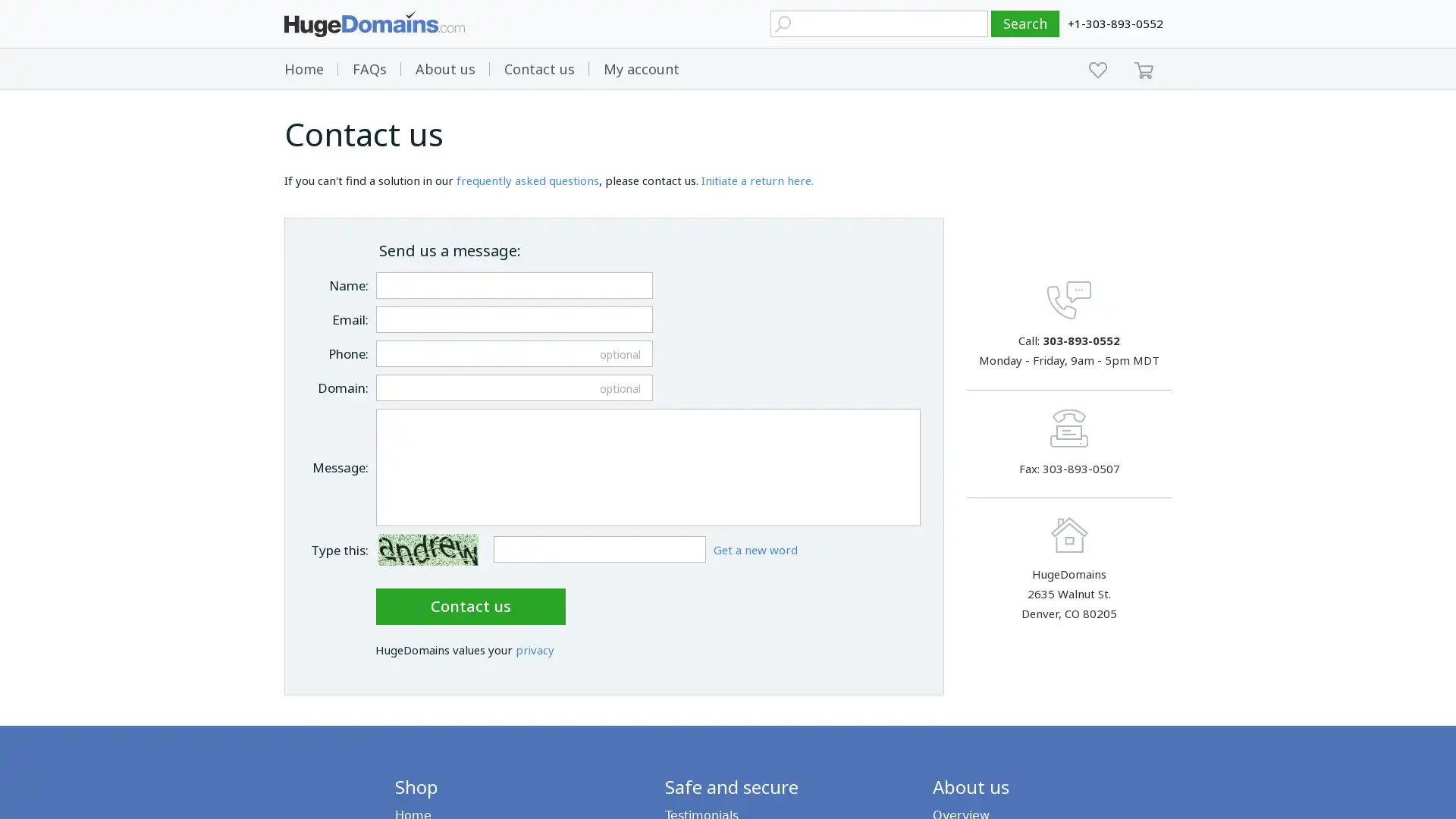 Image resolution: width=1456 pixels, height=819 pixels. I want to click on Contact us, so click(469, 604).